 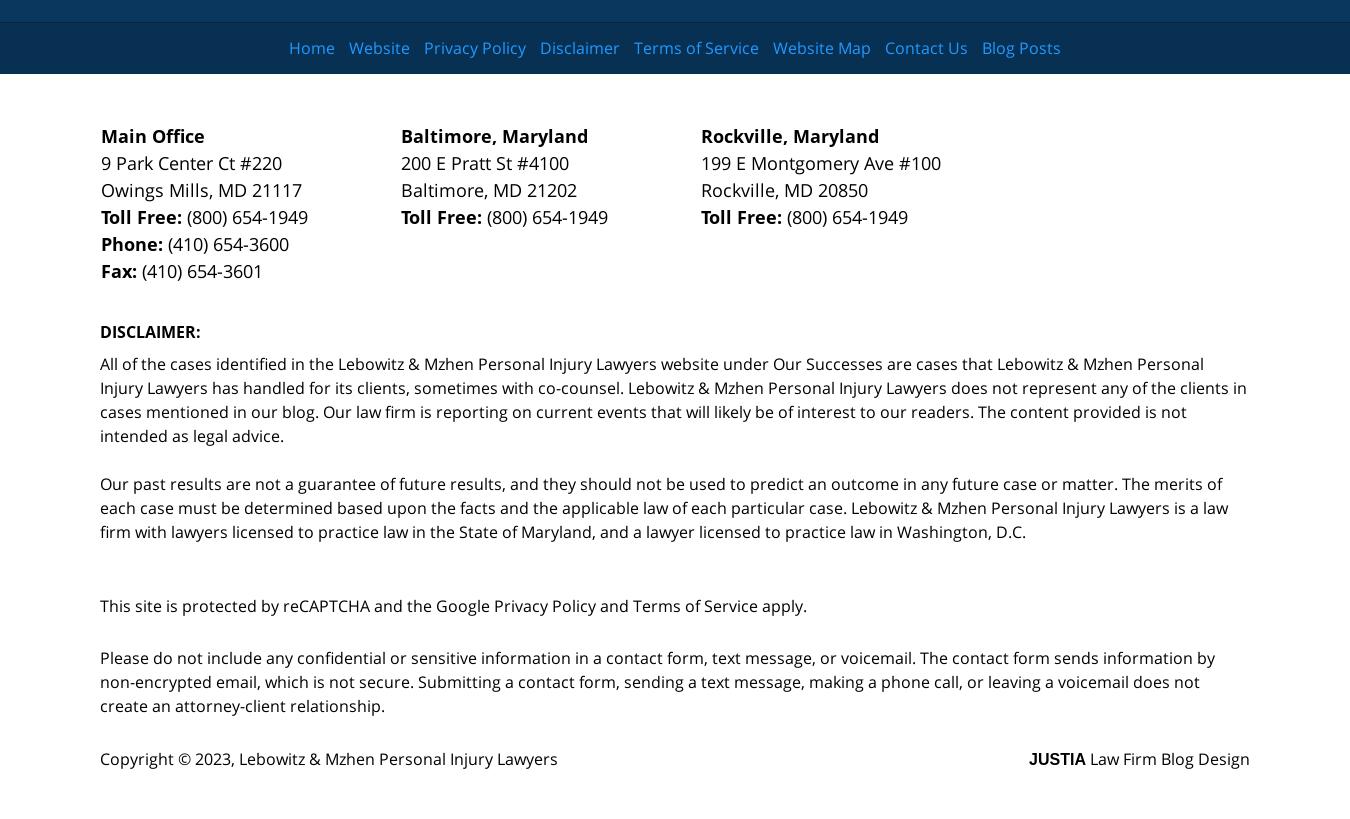 What do you see at coordinates (191, 160) in the screenshot?
I see `'9 Park Center Ct #220'` at bounding box center [191, 160].